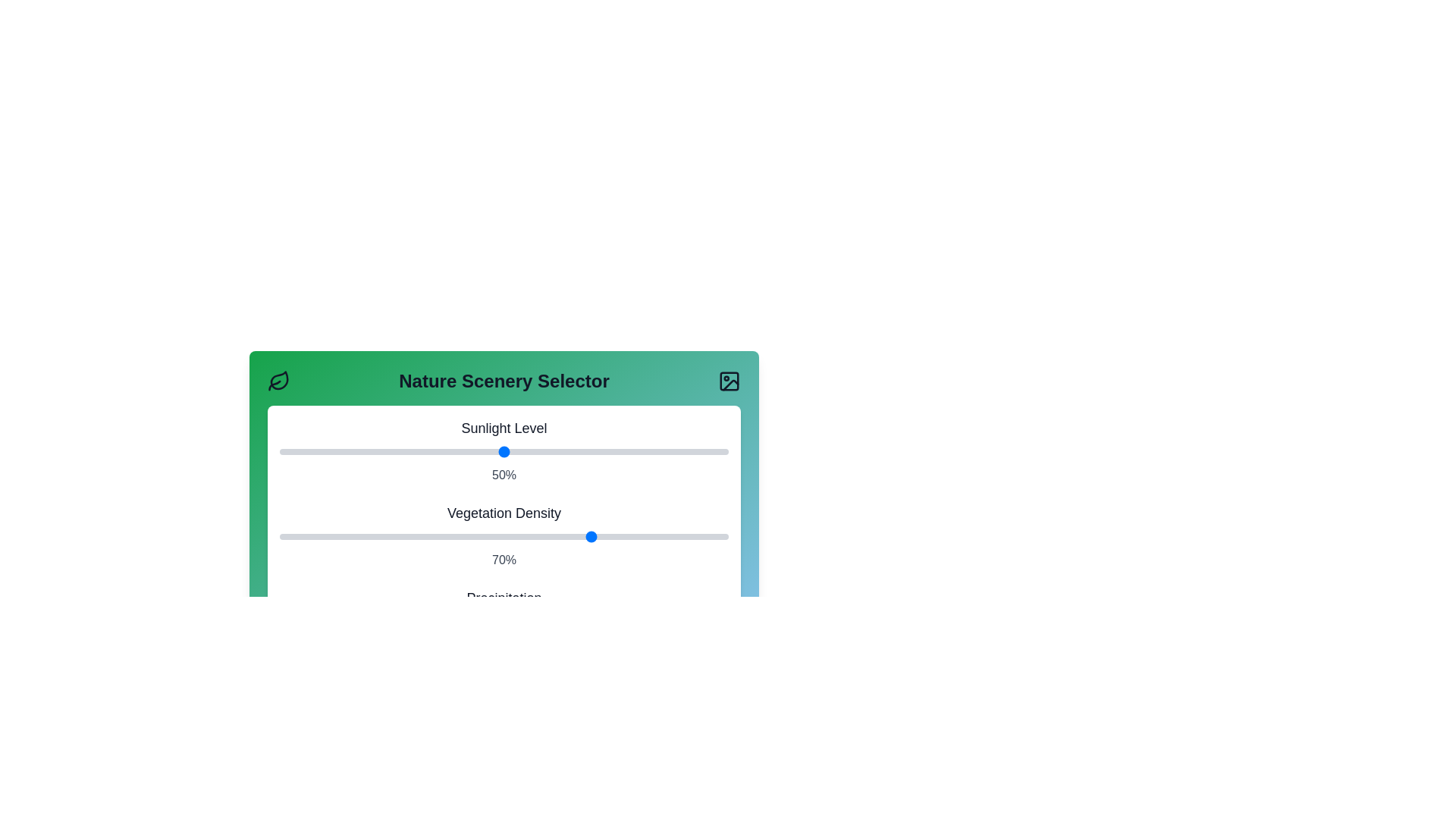  I want to click on the precipitation slider to set its value to 48, so click(495, 622).